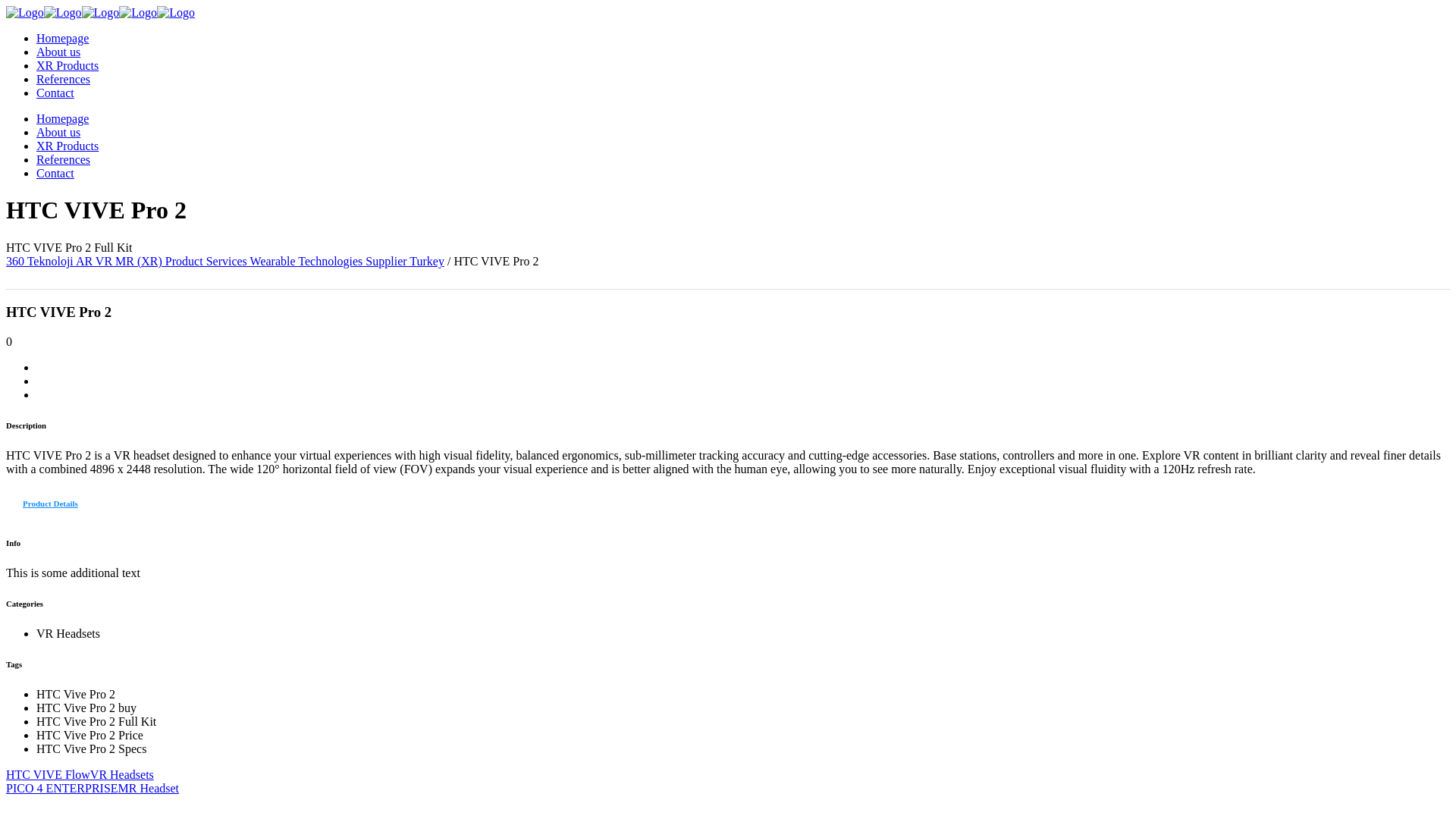 The width and height of the screenshot is (1456, 819). I want to click on 'XR Products', so click(67, 64).